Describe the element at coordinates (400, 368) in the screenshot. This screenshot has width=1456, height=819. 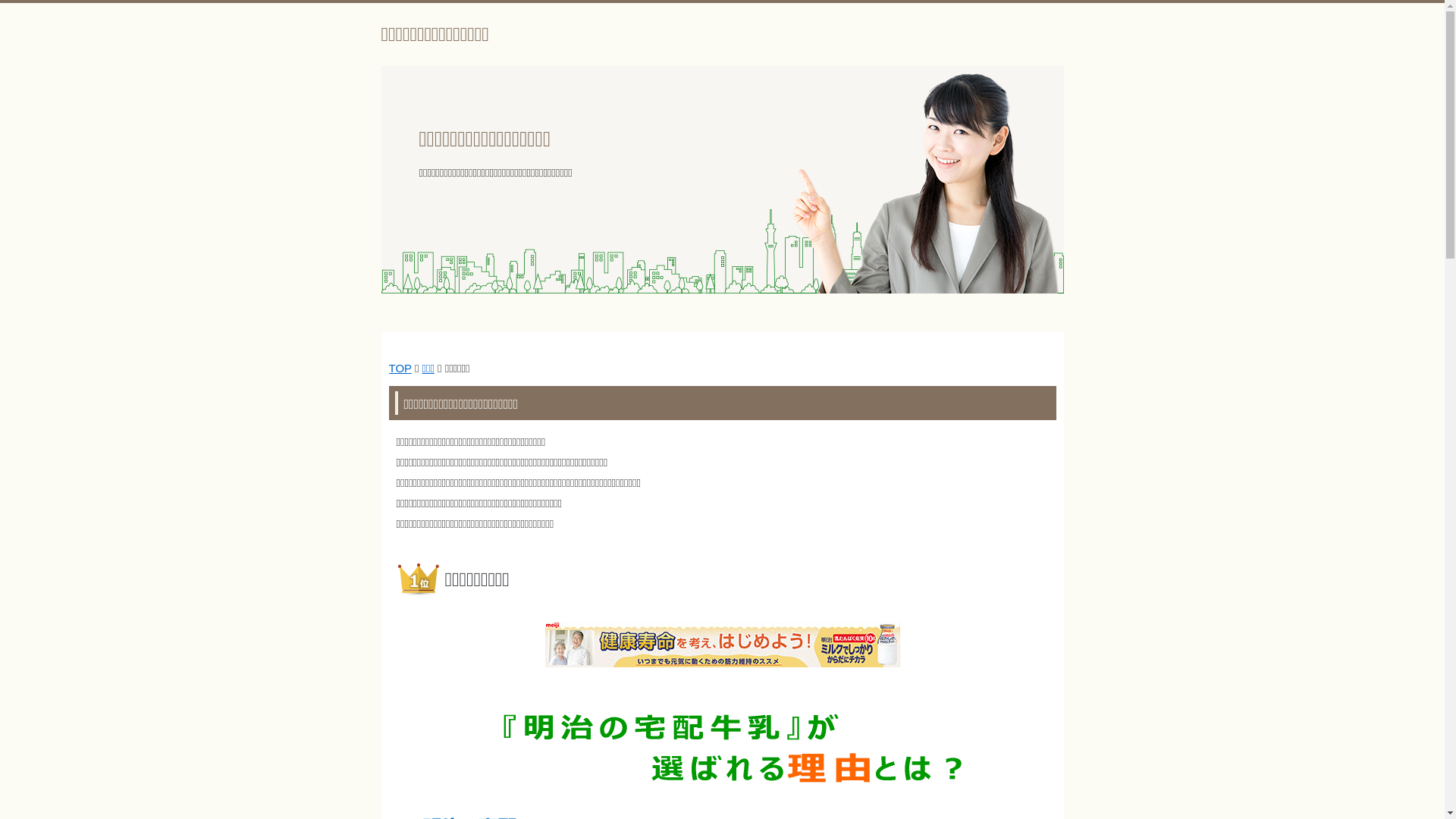
I see `'TOP'` at that location.